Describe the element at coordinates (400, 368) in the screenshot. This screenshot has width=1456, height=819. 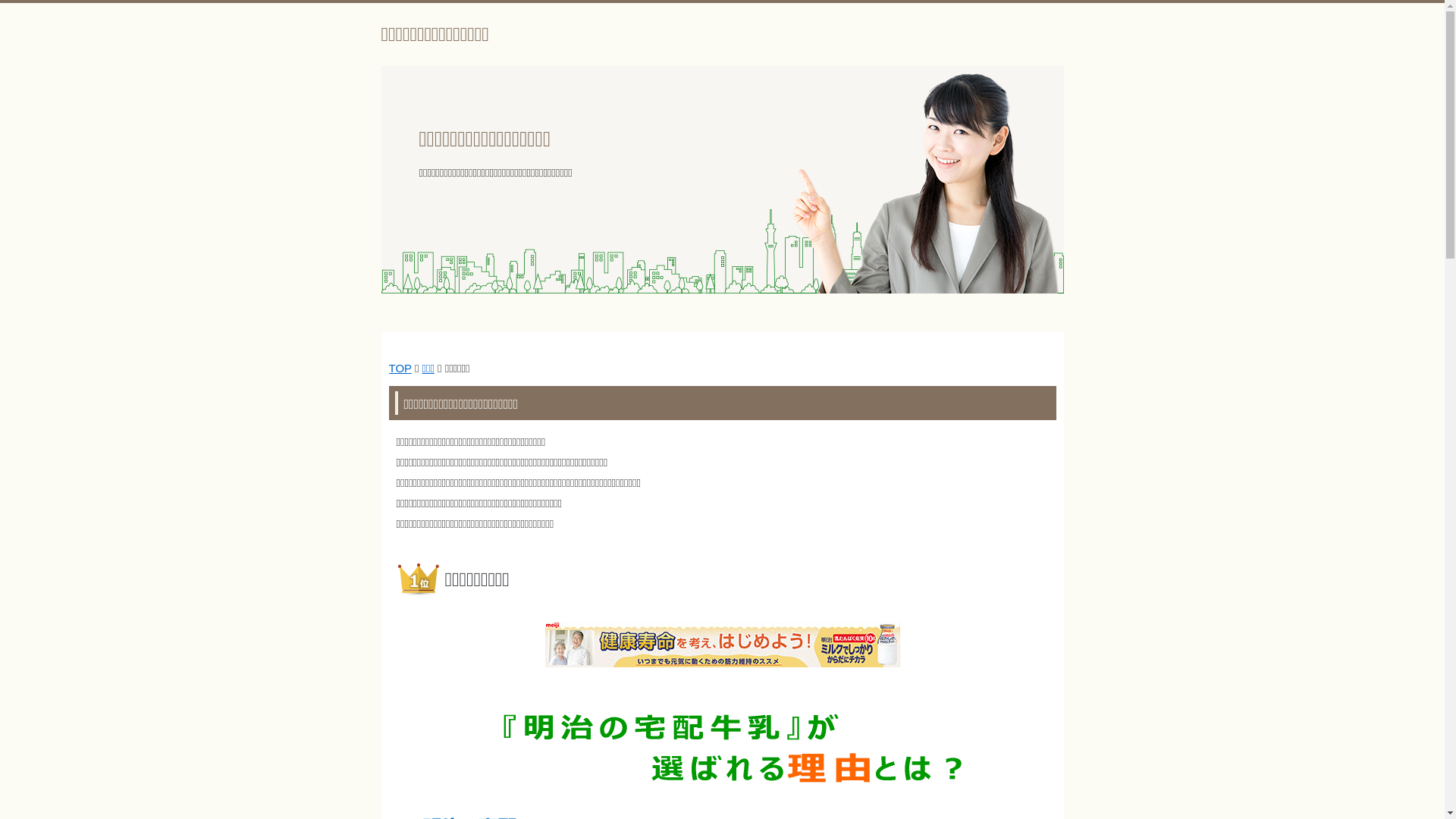
I see `'TOP'` at that location.